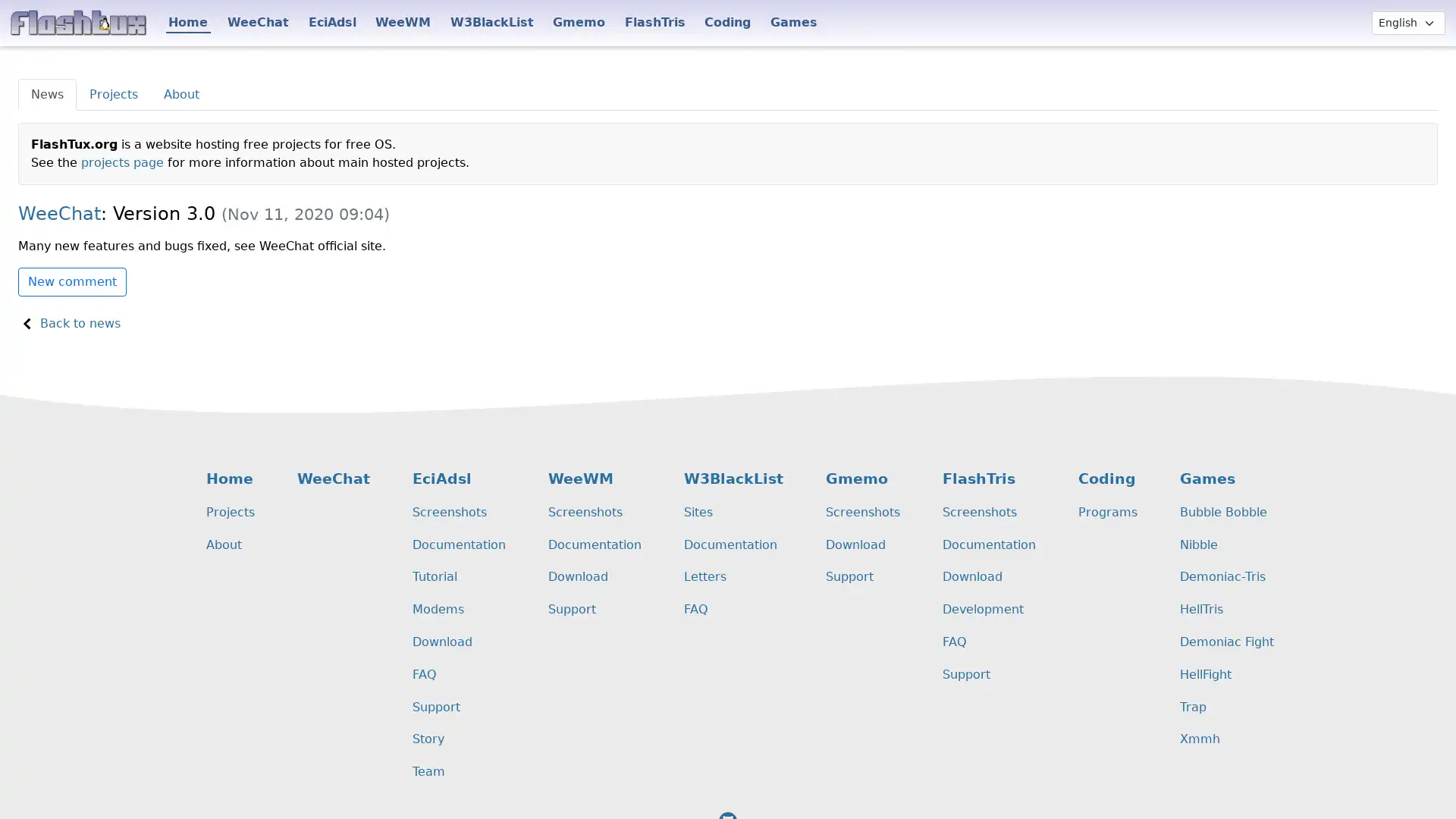 The height and width of the screenshot is (819, 1456). Describe the element at coordinates (71, 281) in the screenshot. I see `New comment` at that location.